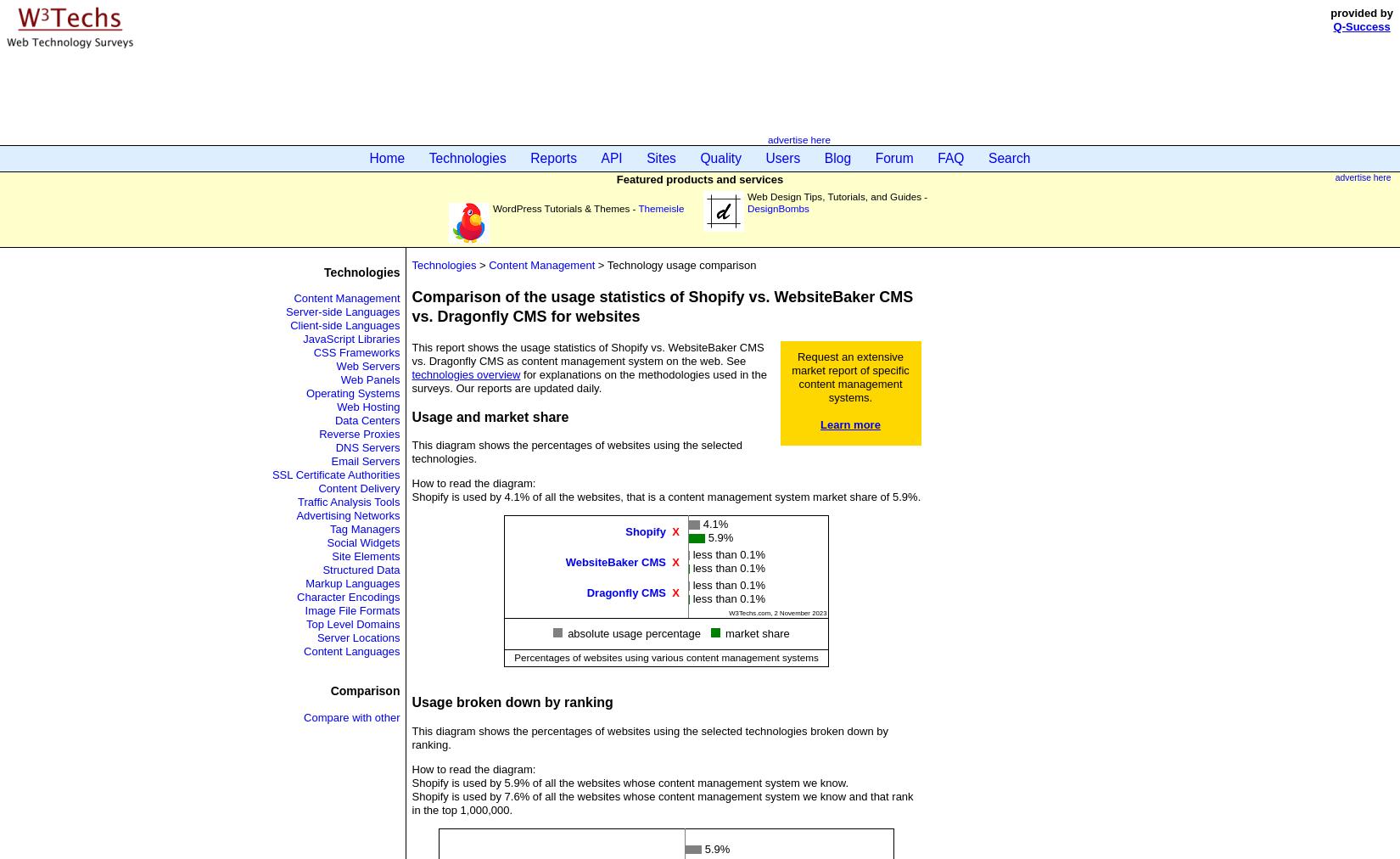 The image size is (1400, 859). I want to click on 'Shopify', so click(644, 530).